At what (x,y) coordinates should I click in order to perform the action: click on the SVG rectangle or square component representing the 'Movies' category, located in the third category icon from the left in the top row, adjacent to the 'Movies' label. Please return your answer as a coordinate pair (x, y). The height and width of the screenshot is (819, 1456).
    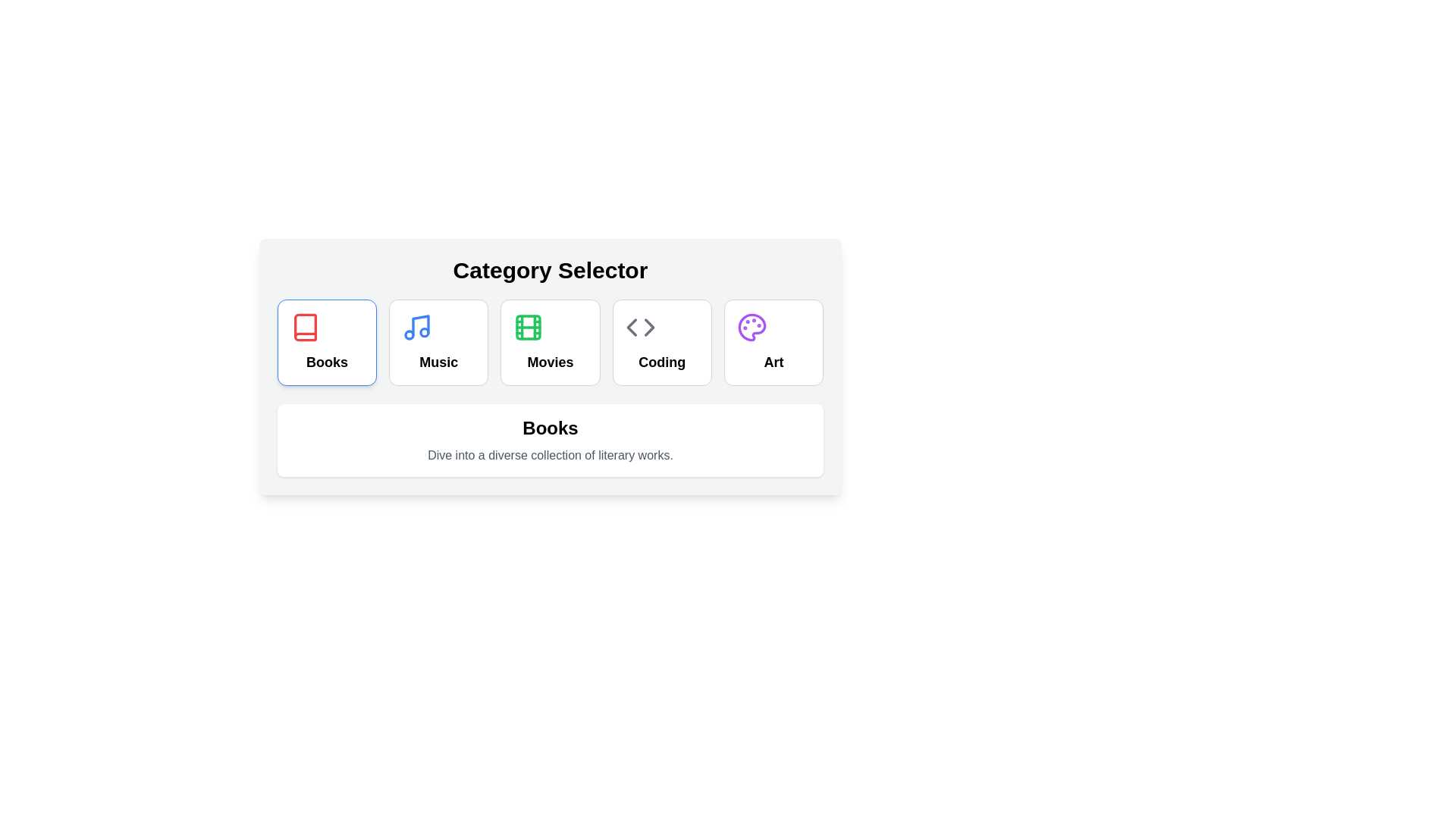
    Looking at the image, I should click on (529, 327).